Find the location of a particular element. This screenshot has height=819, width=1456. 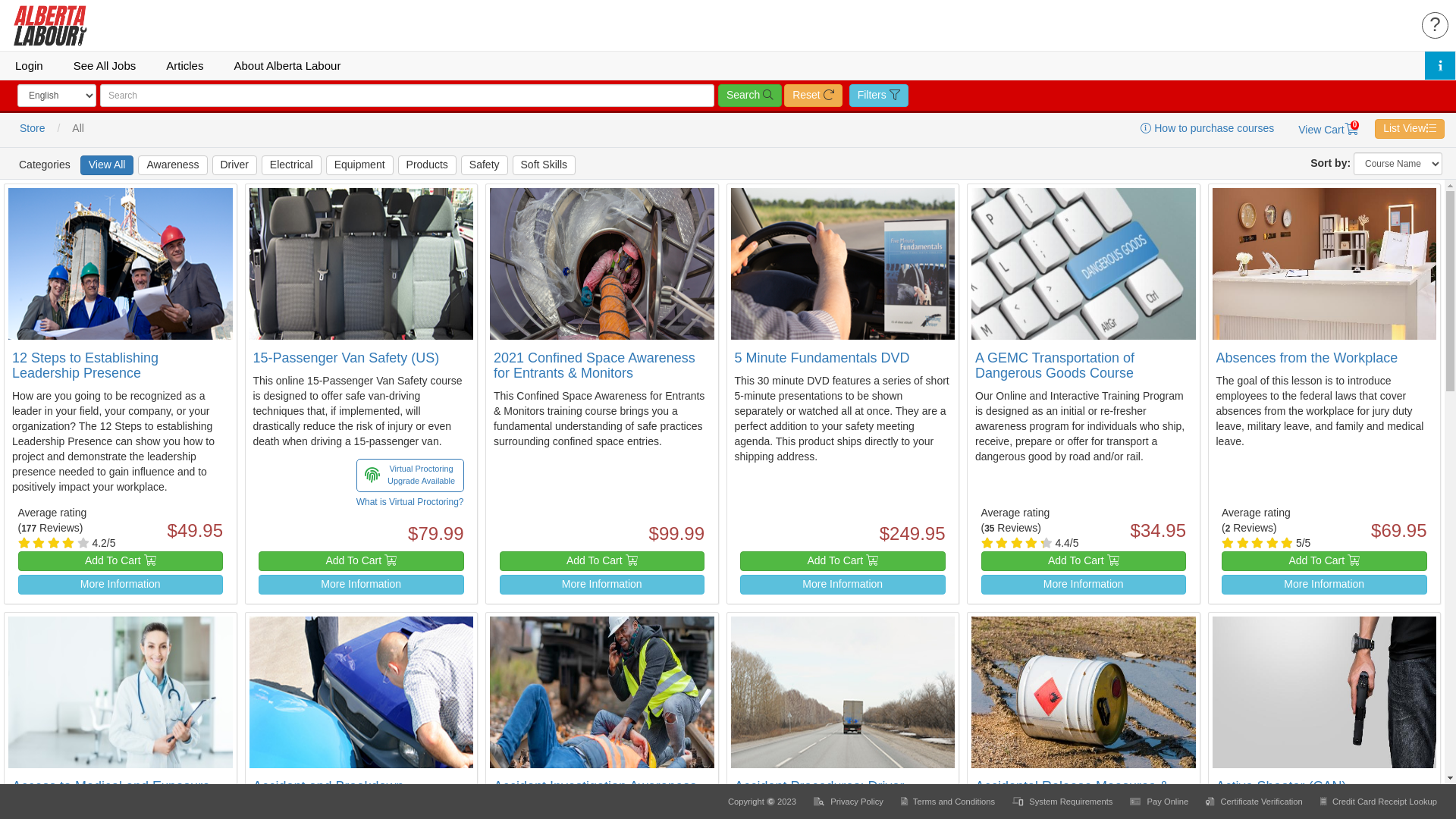

'Access to Medical and Exposure Records for Managers (US)' is located at coordinates (110, 792).